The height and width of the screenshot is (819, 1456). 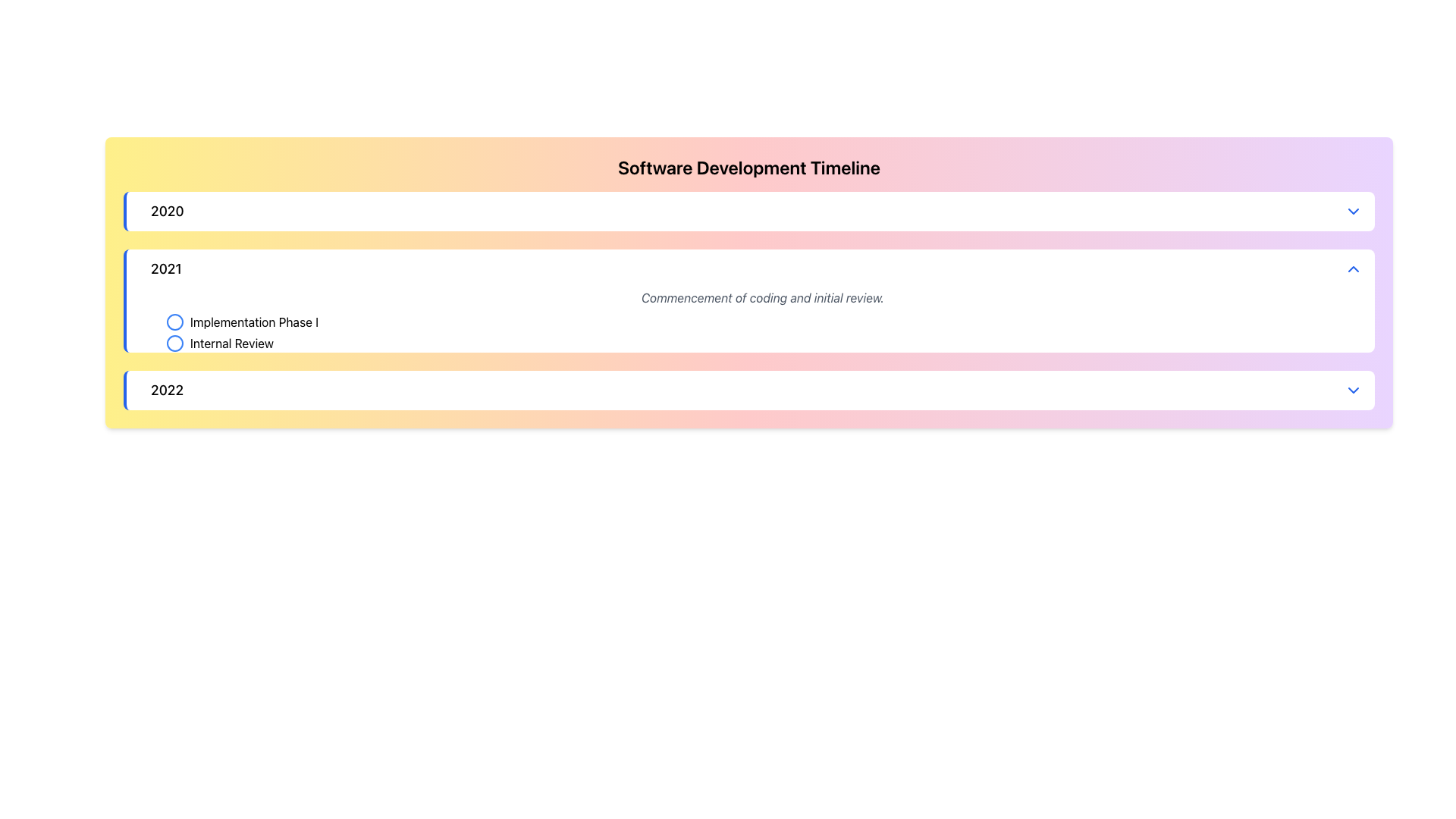 I want to click on the dropdown toggle icon located at the far-right end of the row containing the text '2020', so click(x=1354, y=211).